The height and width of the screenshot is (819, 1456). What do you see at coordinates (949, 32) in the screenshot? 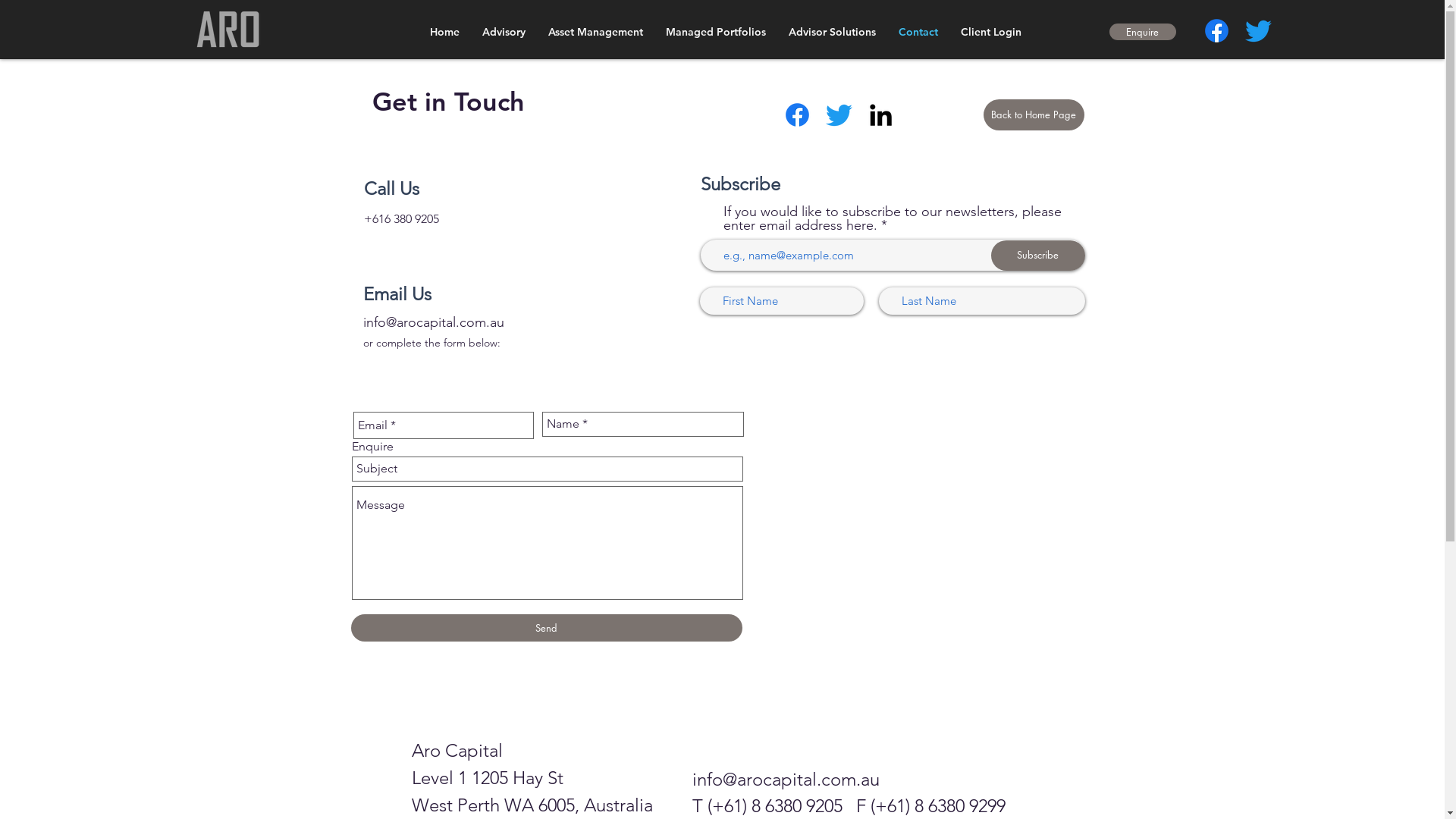
I see `'Client Login'` at bounding box center [949, 32].